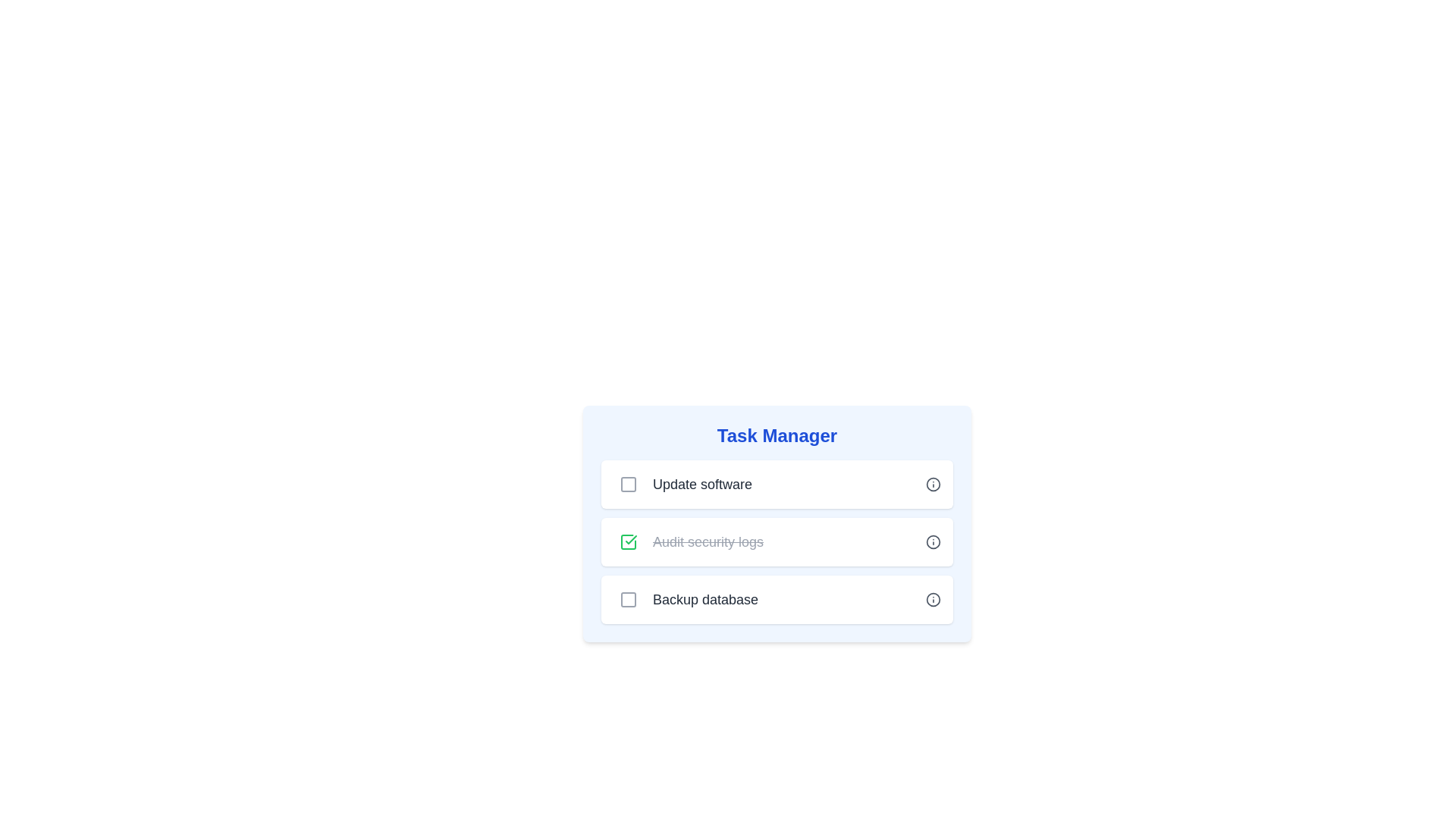 This screenshot has width=1456, height=819. I want to click on the checkbox boundary shape for 'Audit security logs' in the Task Manager, which is styled with a green stroke and has rounded corners, so click(629, 541).